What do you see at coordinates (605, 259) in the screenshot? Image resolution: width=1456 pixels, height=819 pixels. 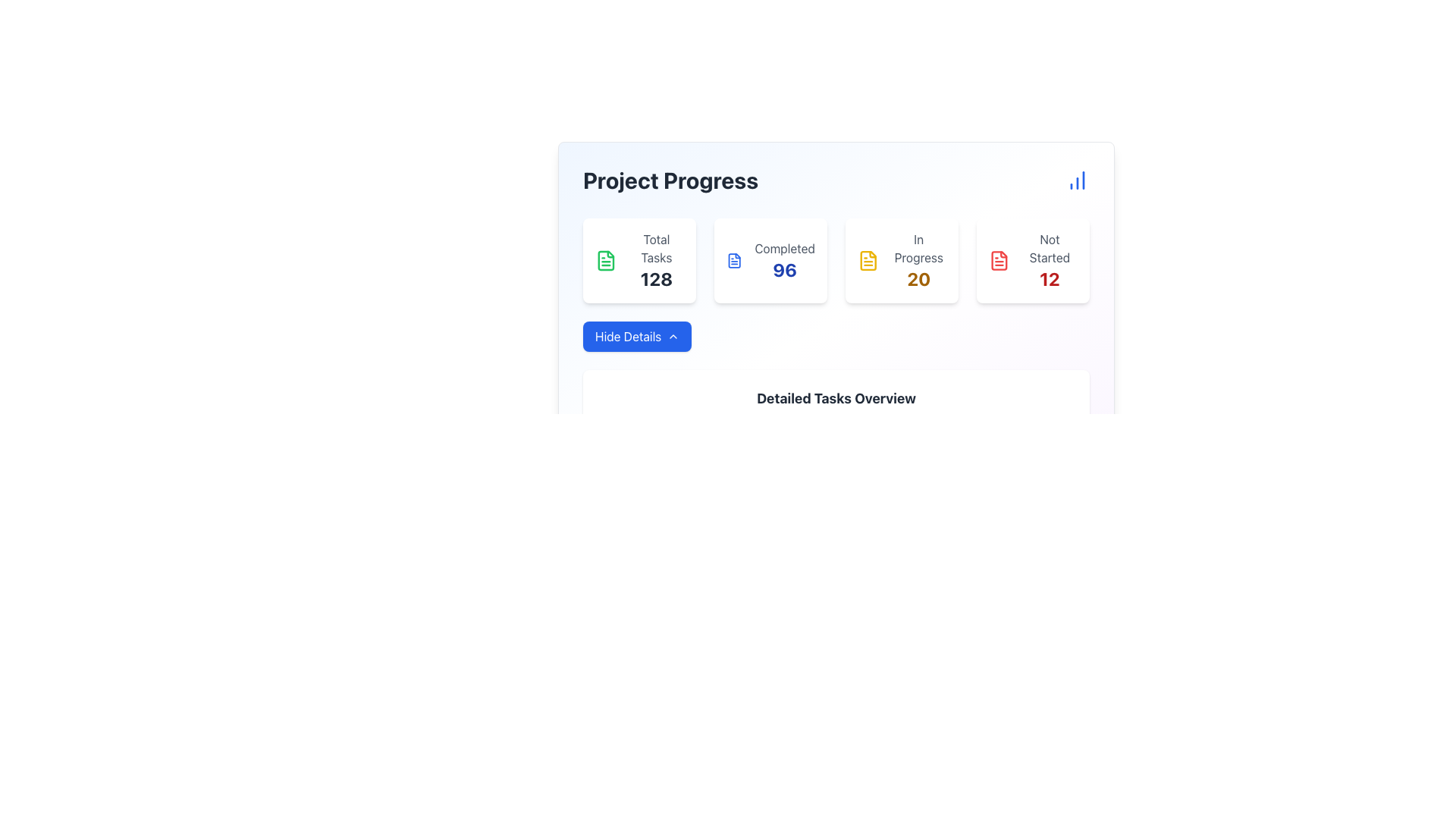 I see `the green file document icon located in the leftmost box under 'Total Tasks' on the 'Project Progress' dashboard` at bounding box center [605, 259].